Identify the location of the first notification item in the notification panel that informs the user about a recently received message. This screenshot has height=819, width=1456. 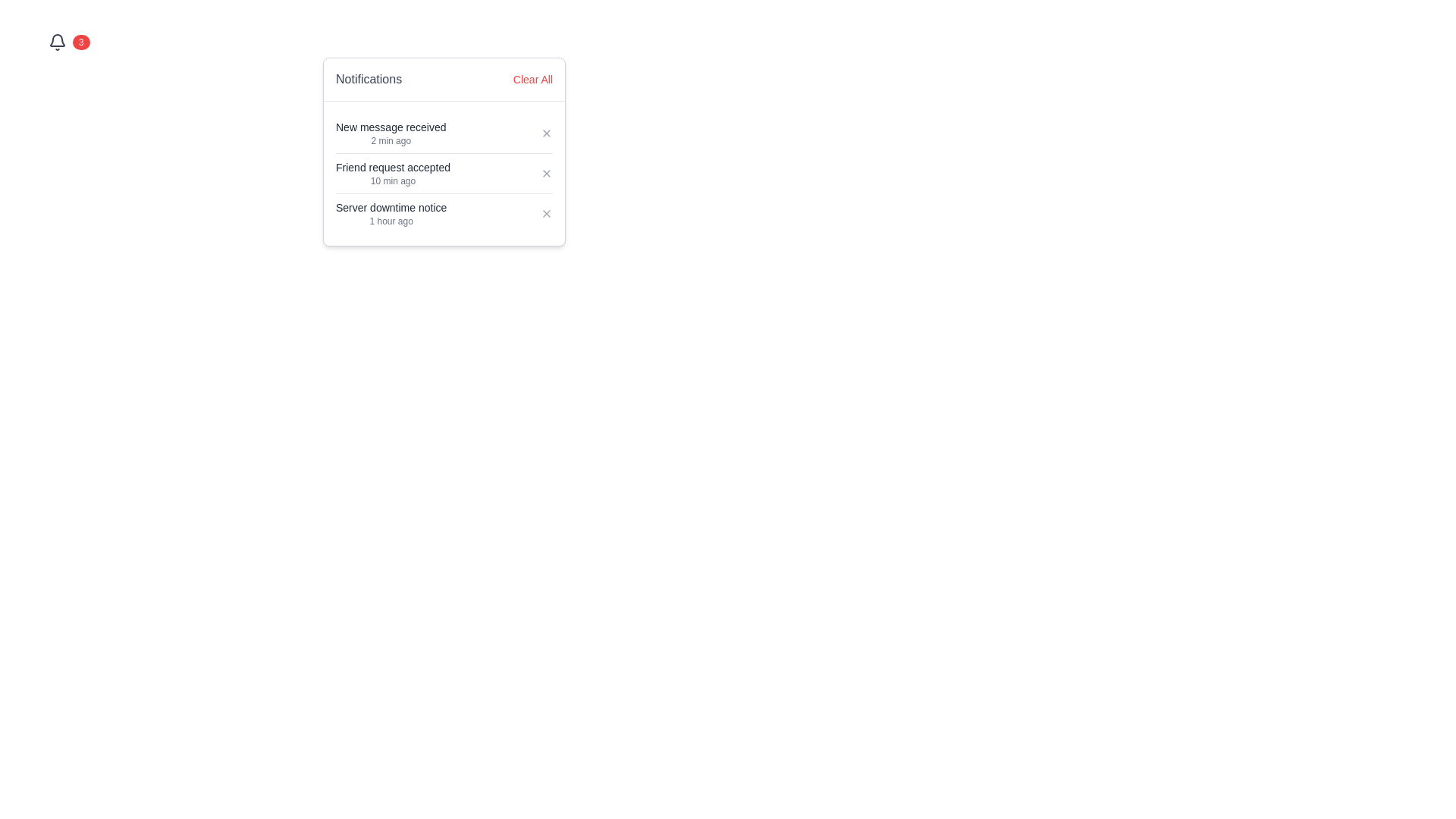
(391, 133).